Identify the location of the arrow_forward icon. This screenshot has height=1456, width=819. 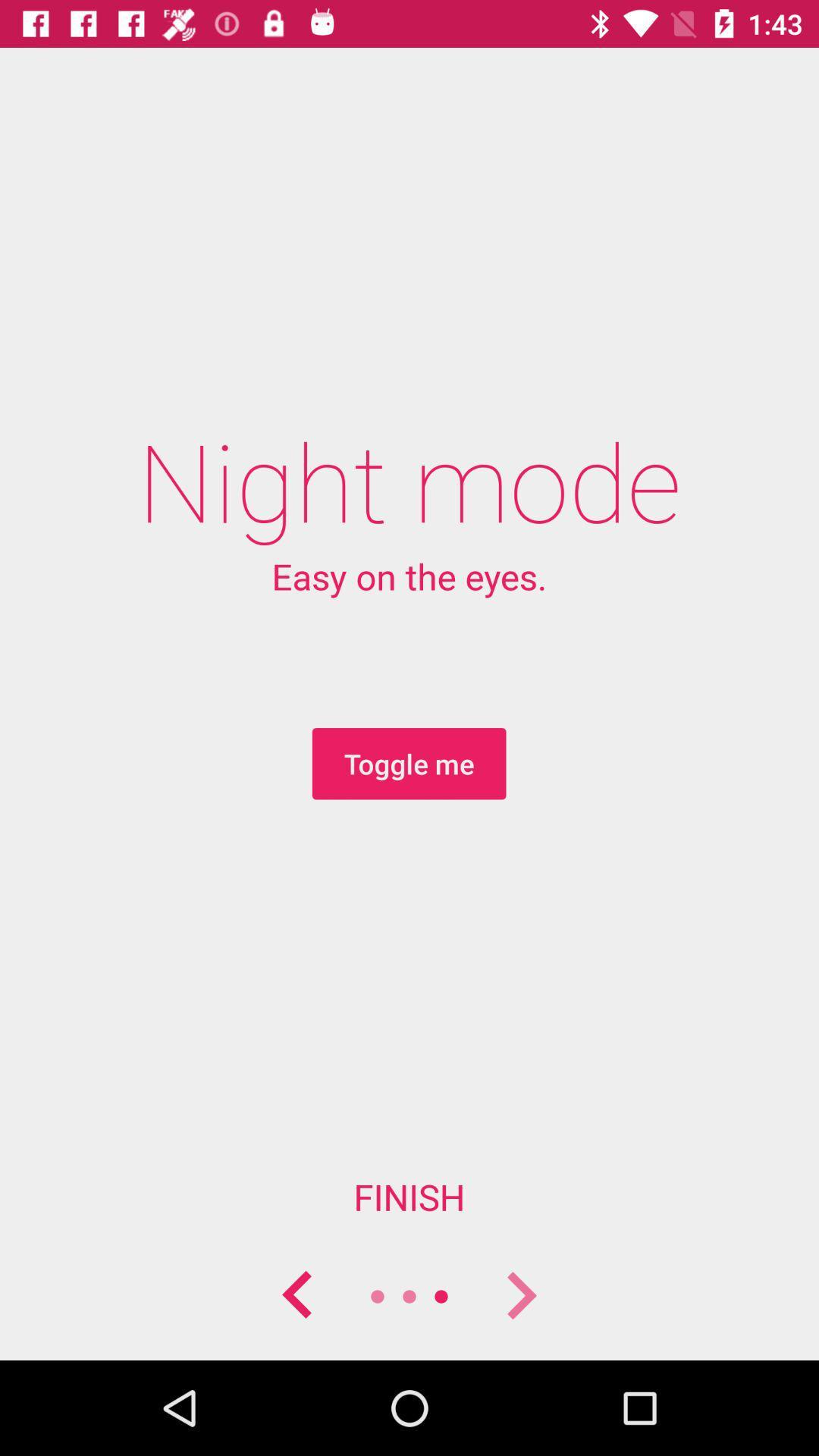
(519, 1295).